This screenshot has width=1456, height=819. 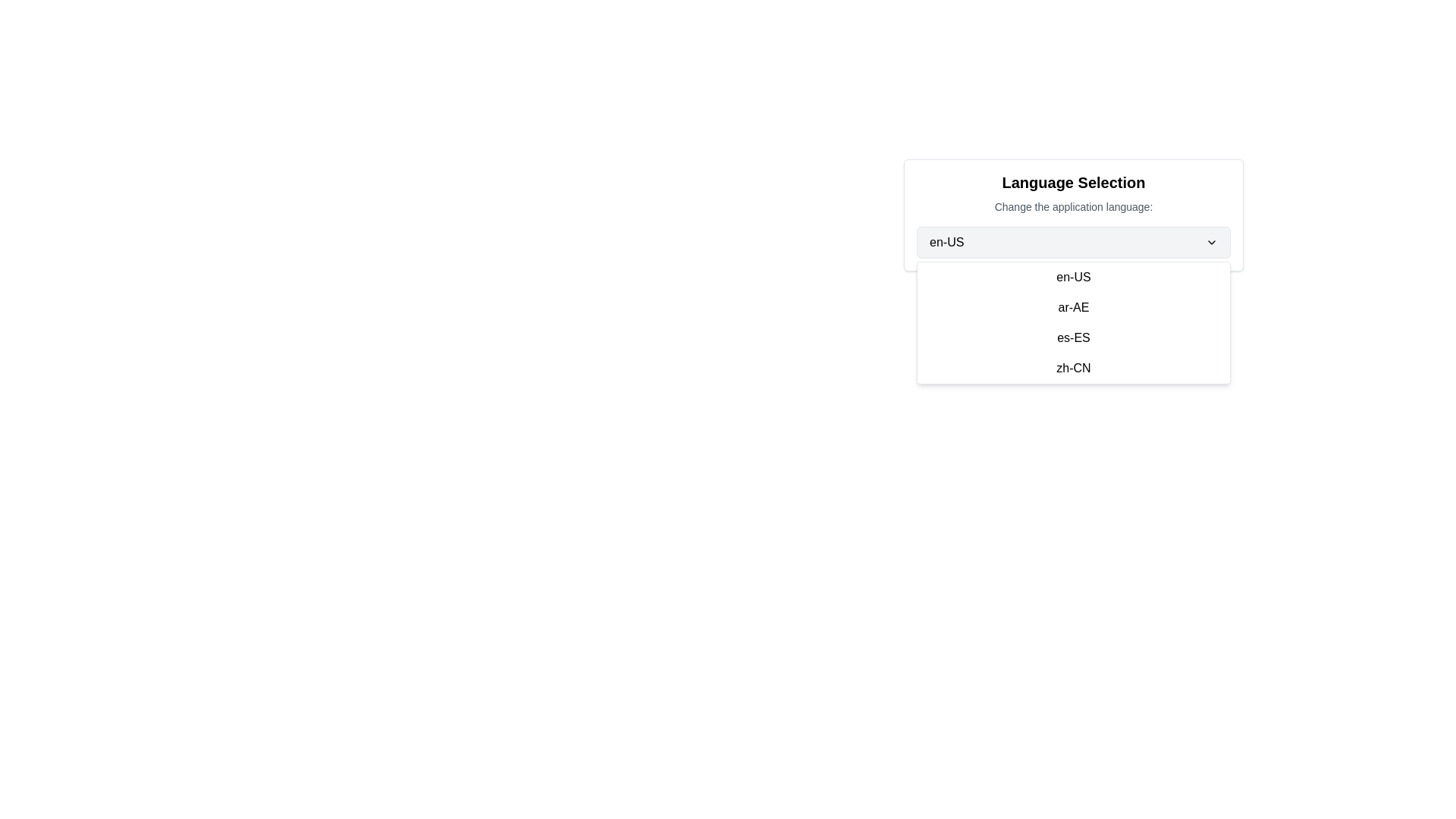 I want to click on the list item displaying 'zh-CN' in the dropdown menu, so click(x=1073, y=369).